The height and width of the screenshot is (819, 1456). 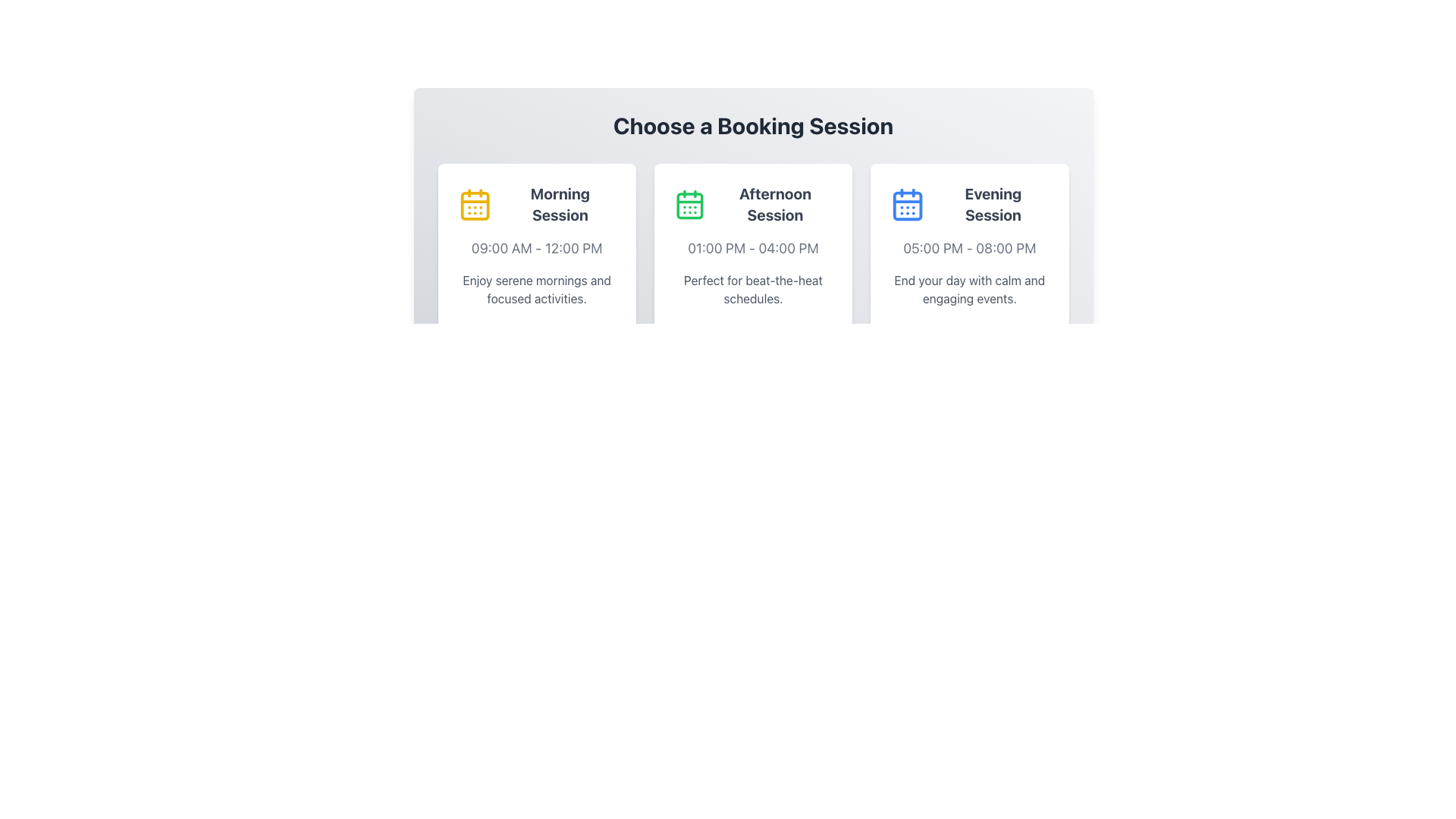 What do you see at coordinates (537, 247) in the screenshot?
I see `text label indicating the time range of the 'Morning Session' booking option located centrally in the first booking session card` at bounding box center [537, 247].